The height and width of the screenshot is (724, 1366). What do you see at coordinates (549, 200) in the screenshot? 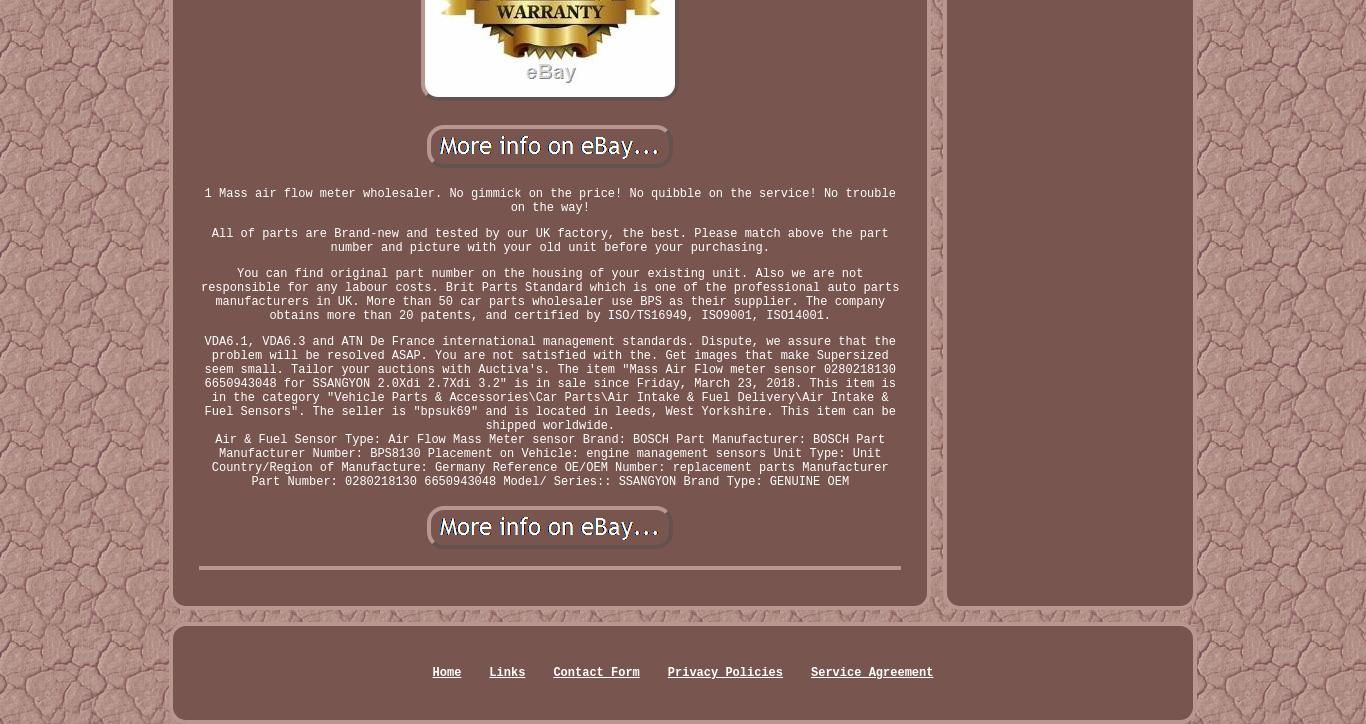
I see `'1 Mass air flow meter wholesaler. No gimmick on the price! No quibble on the service! No trouble on the way!'` at bounding box center [549, 200].